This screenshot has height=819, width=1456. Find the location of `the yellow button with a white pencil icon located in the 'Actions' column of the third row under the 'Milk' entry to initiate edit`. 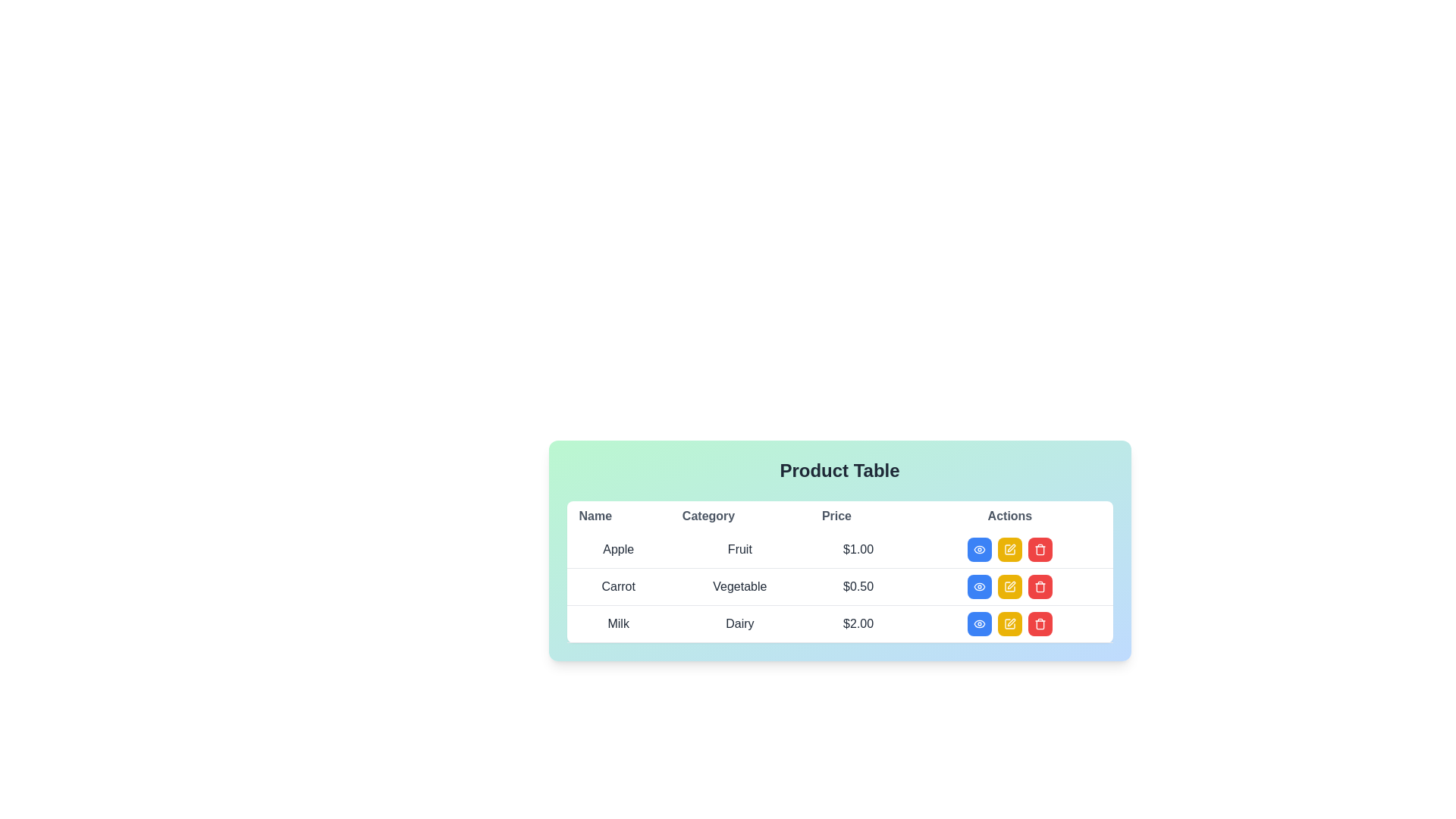

the yellow button with a white pencil icon located in the 'Actions' column of the third row under the 'Milk' entry to initiate edit is located at coordinates (1009, 623).